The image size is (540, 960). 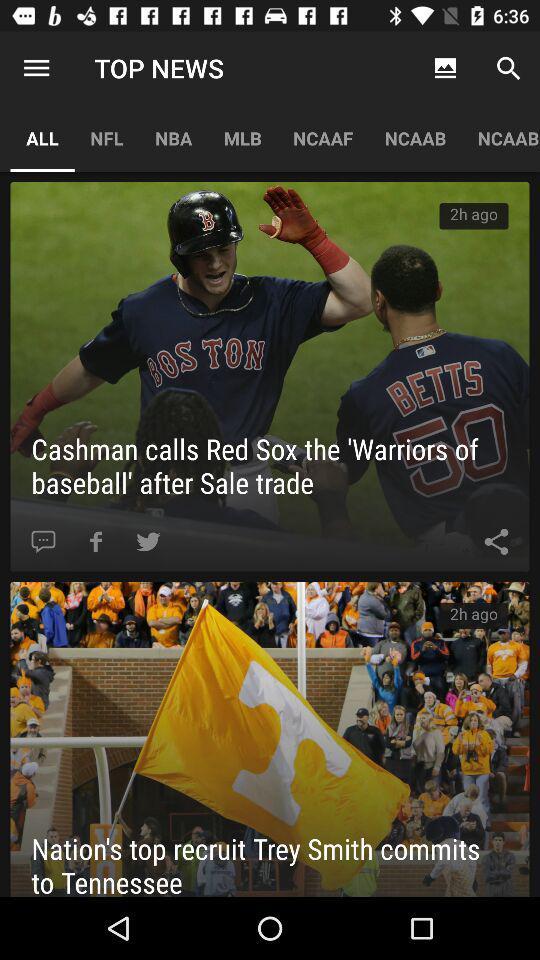 I want to click on the nba item, so click(x=173, y=137).